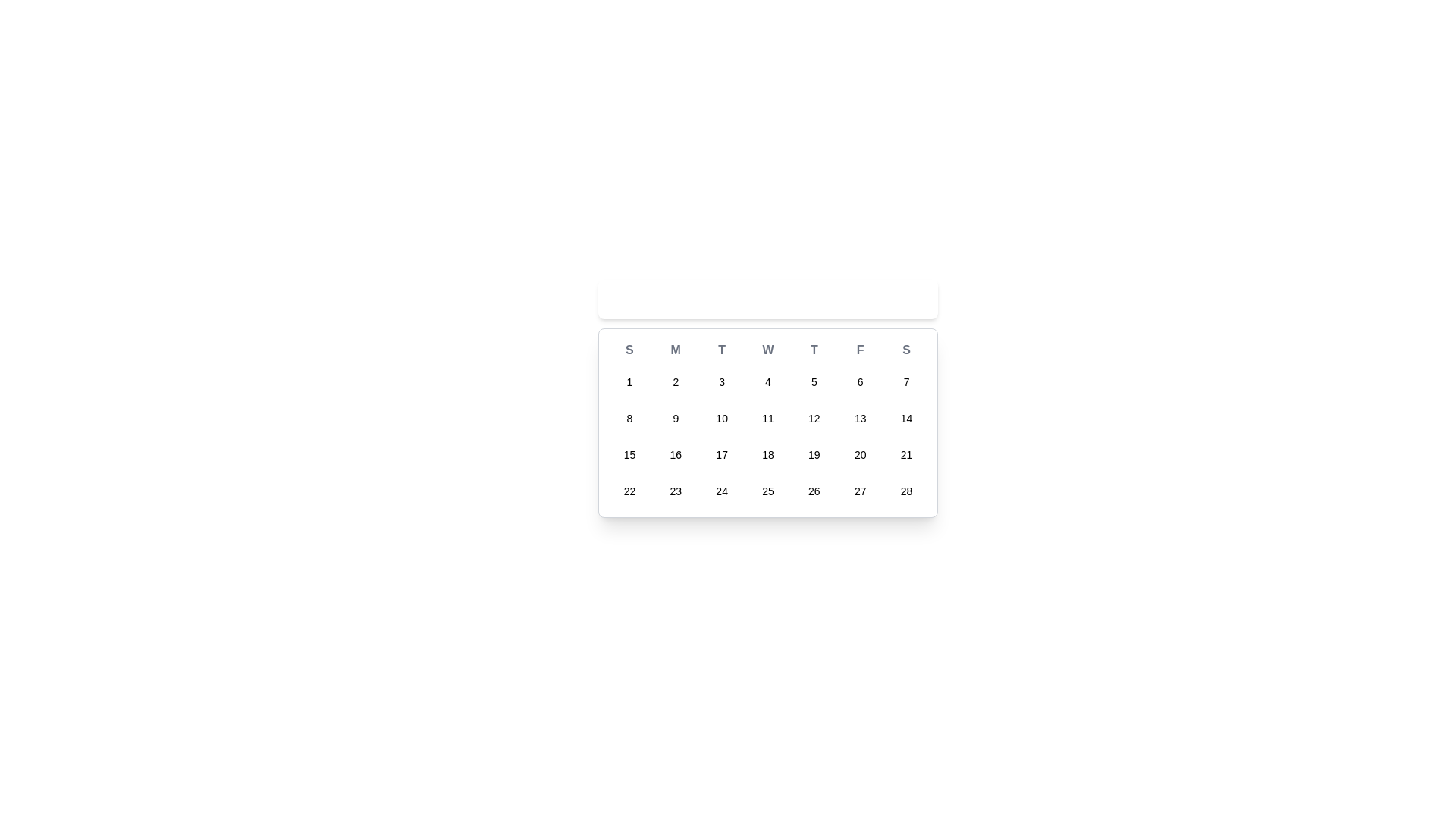 The image size is (1456, 819). What do you see at coordinates (860, 350) in the screenshot?
I see `the text label representing 'Friday' in the weekly calendar view, located in the first row and sixth column of the grid layout` at bounding box center [860, 350].